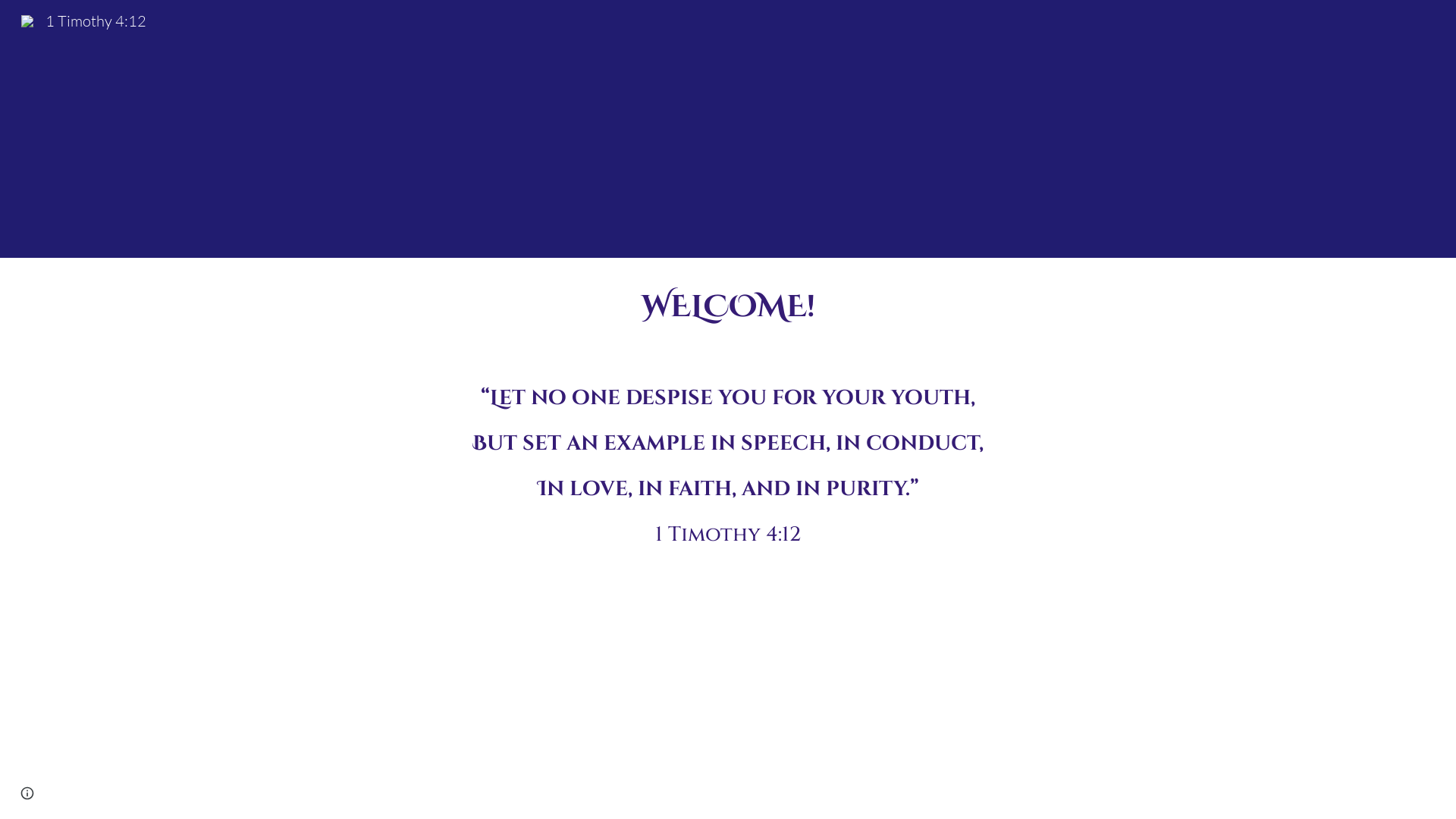  I want to click on '1 Timothy 4:12', so click(11, 19).